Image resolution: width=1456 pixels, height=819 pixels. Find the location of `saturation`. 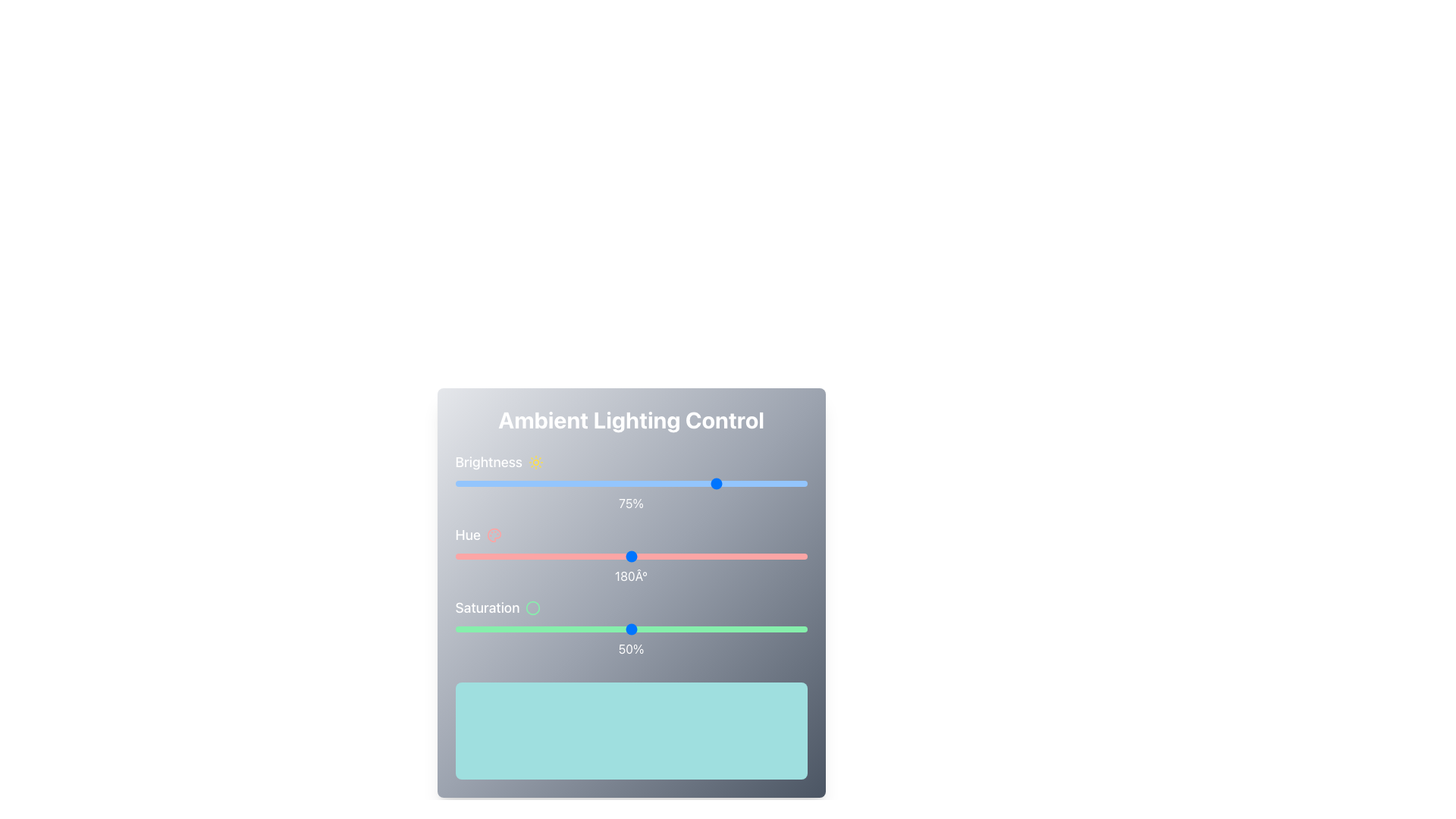

saturation is located at coordinates (673, 629).